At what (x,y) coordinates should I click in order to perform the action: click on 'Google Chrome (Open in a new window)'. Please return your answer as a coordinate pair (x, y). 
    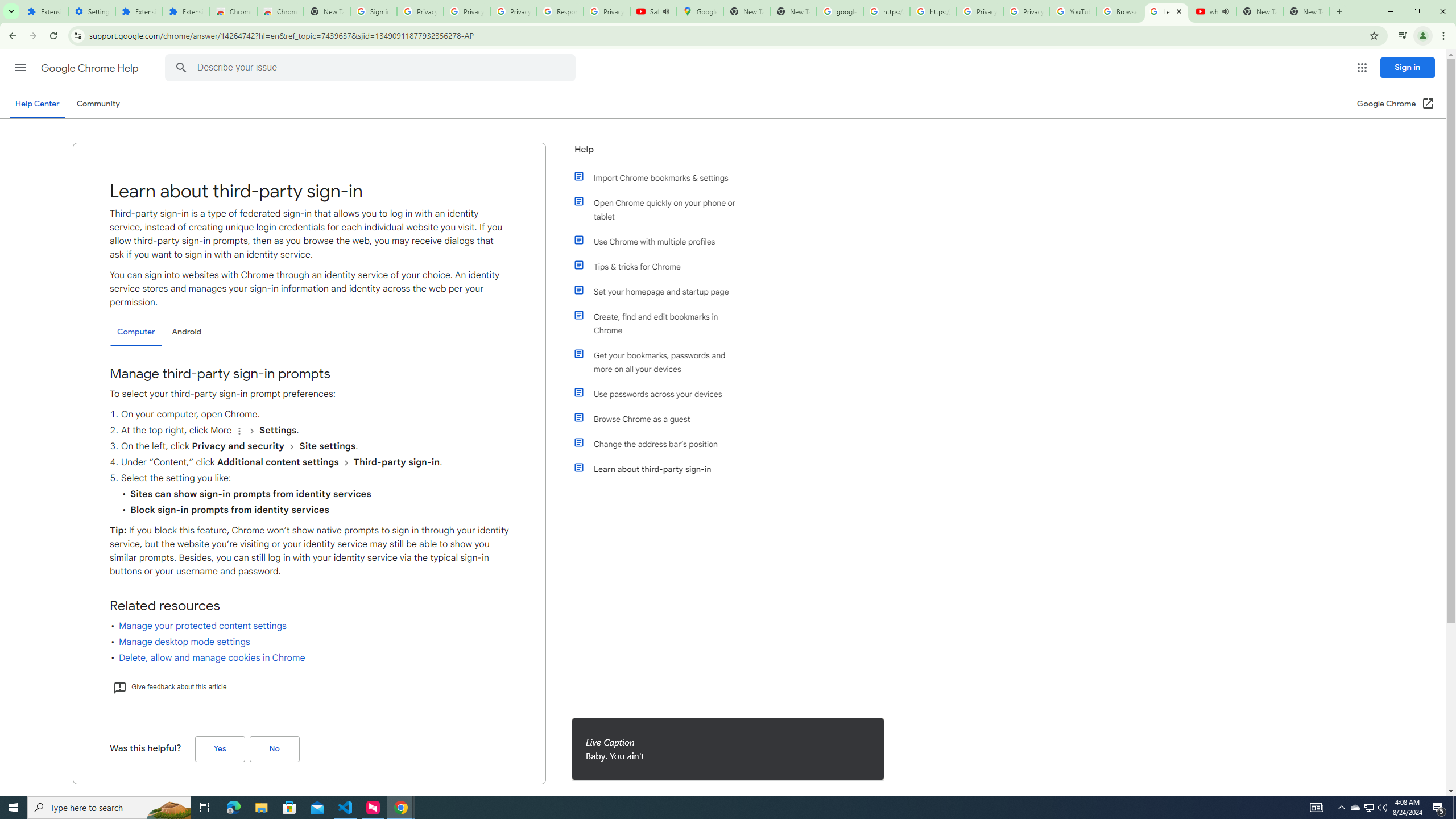
    Looking at the image, I should click on (1396, 103).